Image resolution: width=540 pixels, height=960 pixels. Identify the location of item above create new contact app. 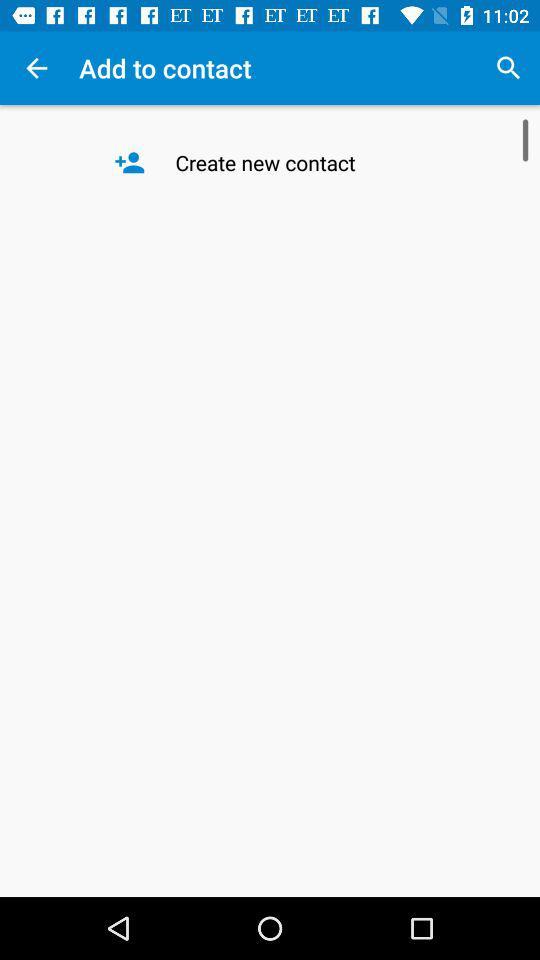
(508, 68).